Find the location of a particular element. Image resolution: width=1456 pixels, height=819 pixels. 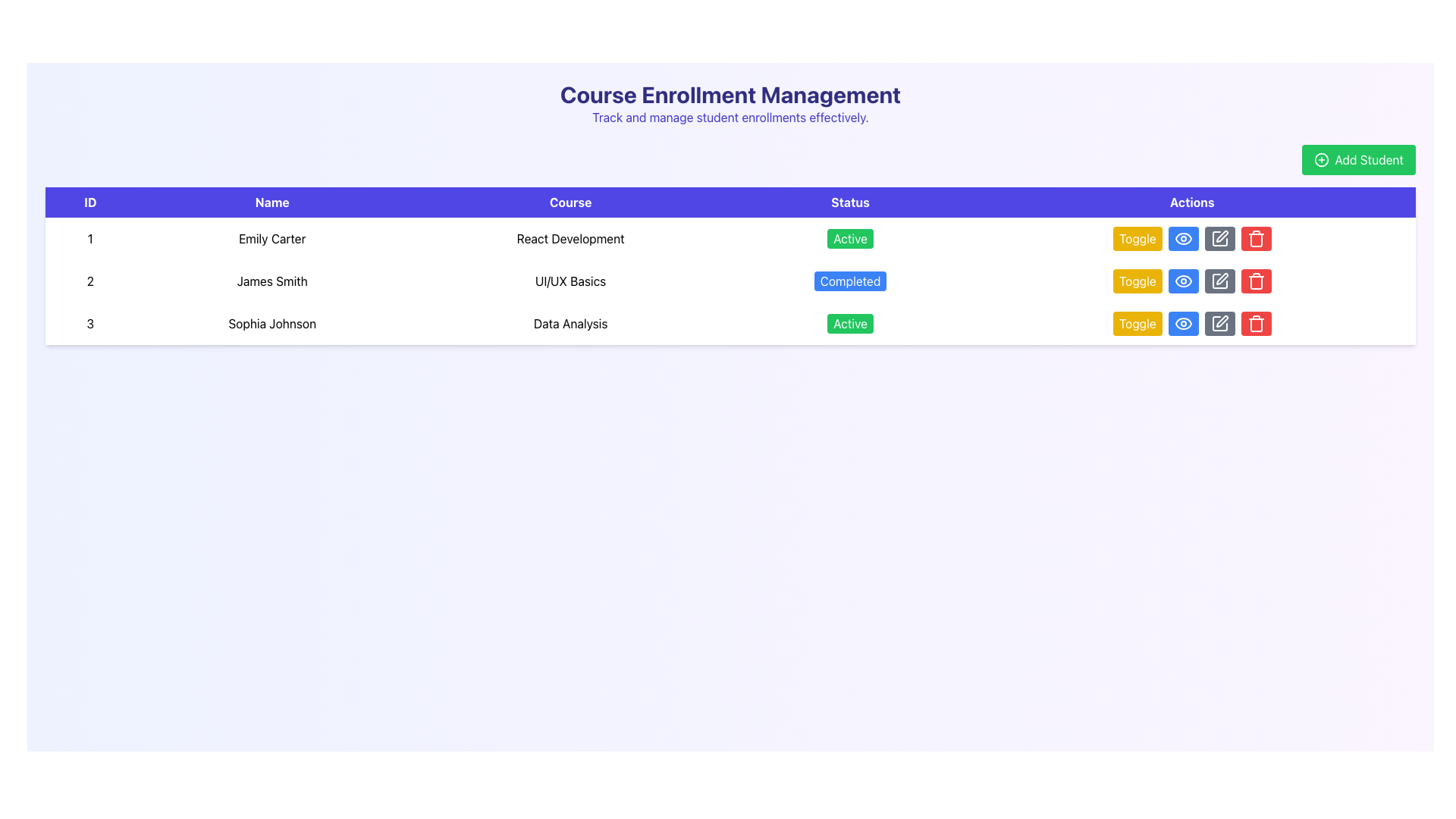

the edit icon button located in the 'Actions' column of the table for the entry corresponding to 'James Smith' and 'UI/UX Basics' to initiate editing is located at coordinates (1219, 281).